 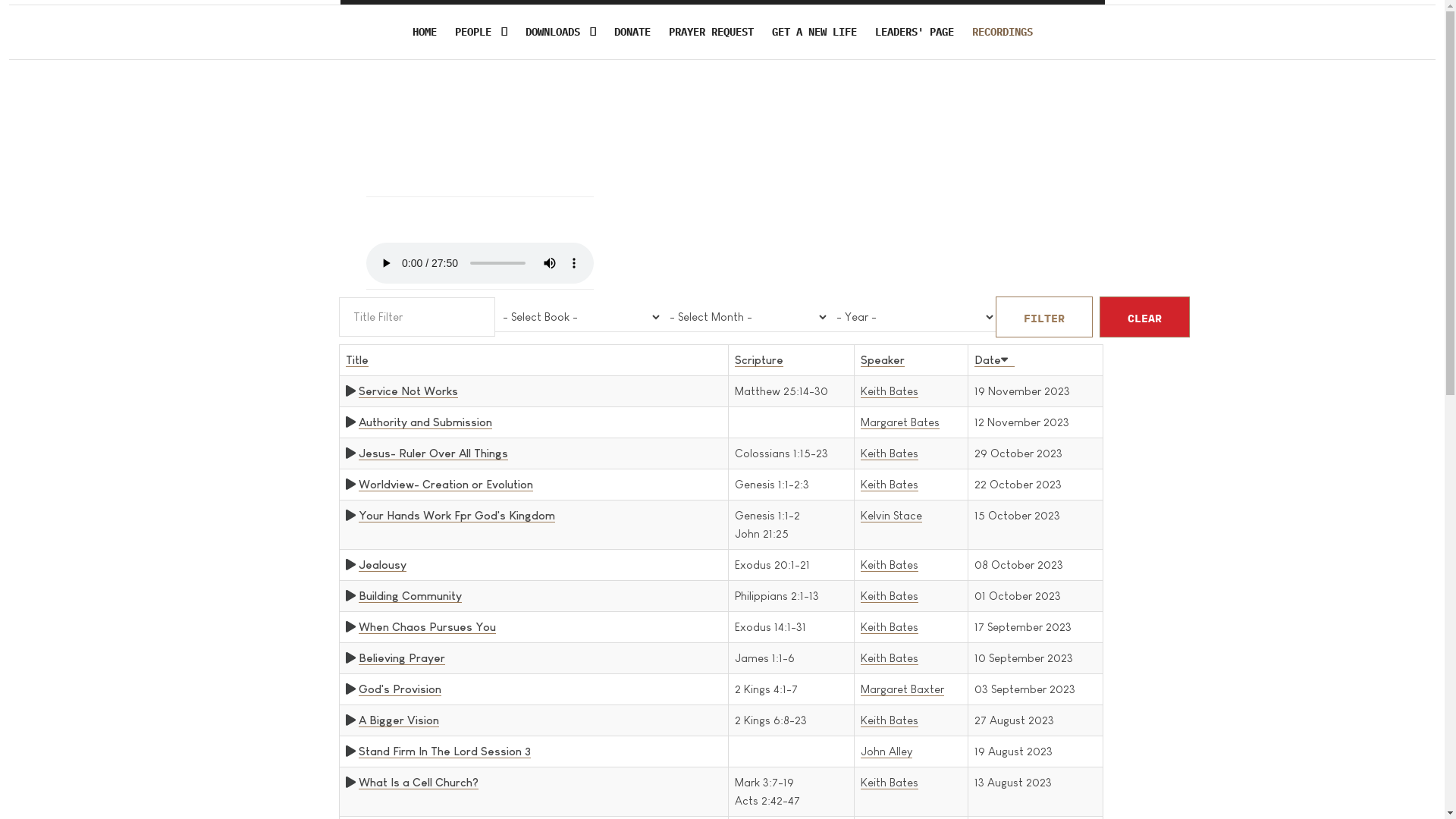 What do you see at coordinates (886, 752) in the screenshot?
I see `'John Alley'` at bounding box center [886, 752].